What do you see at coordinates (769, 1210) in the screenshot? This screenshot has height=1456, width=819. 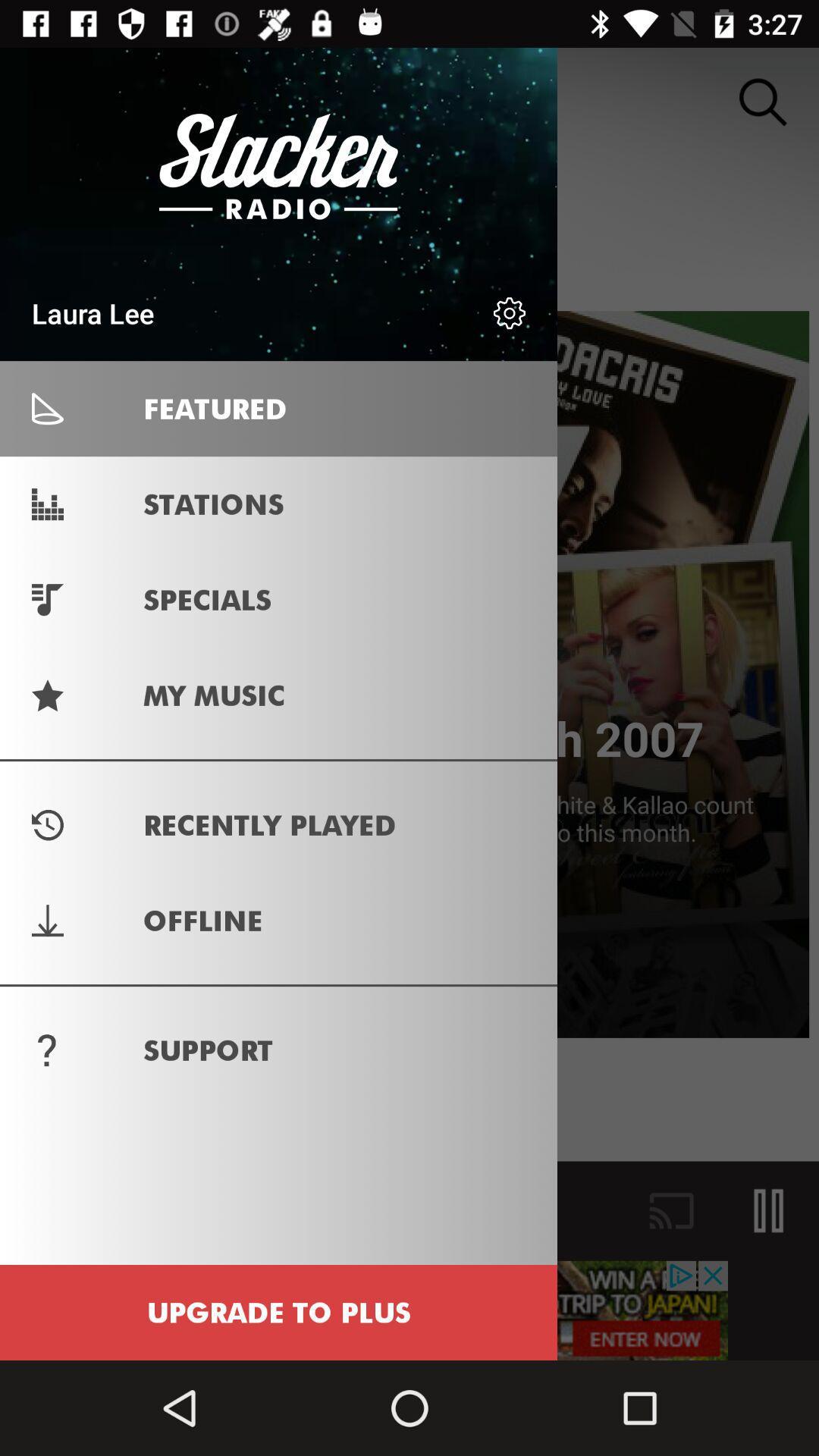 I see `the pause icon` at bounding box center [769, 1210].